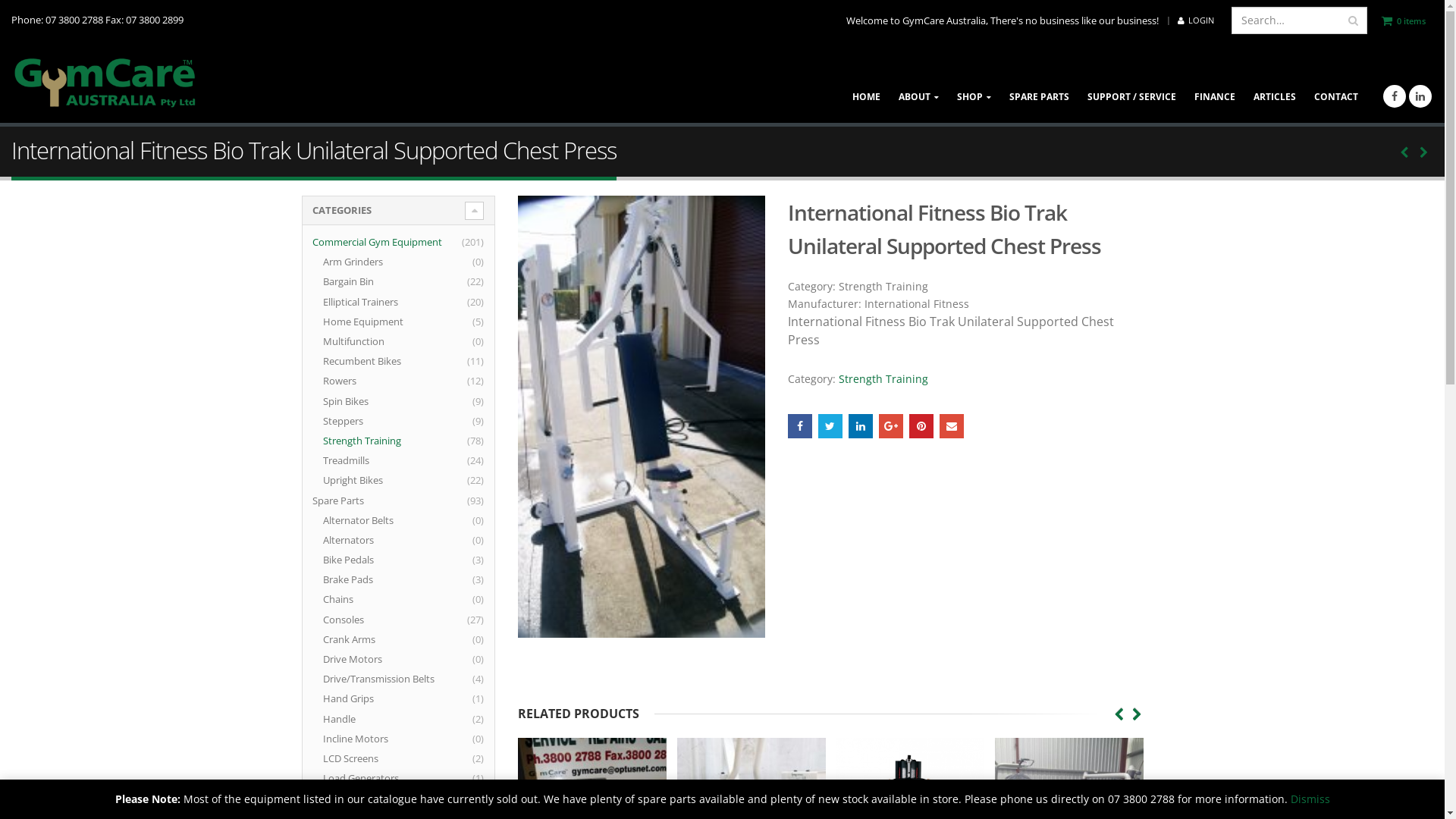  What do you see at coordinates (1353, 20) in the screenshot?
I see `'Search'` at bounding box center [1353, 20].